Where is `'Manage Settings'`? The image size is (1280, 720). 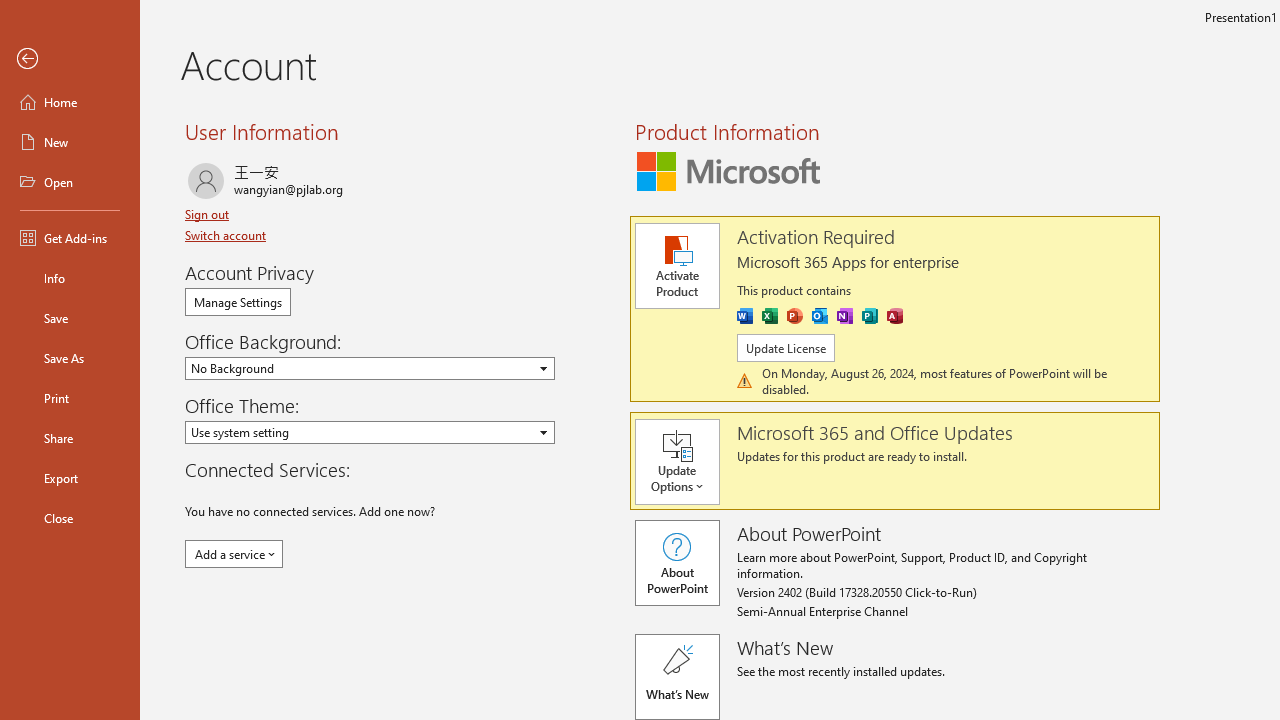 'Manage Settings' is located at coordinates (238, 302).